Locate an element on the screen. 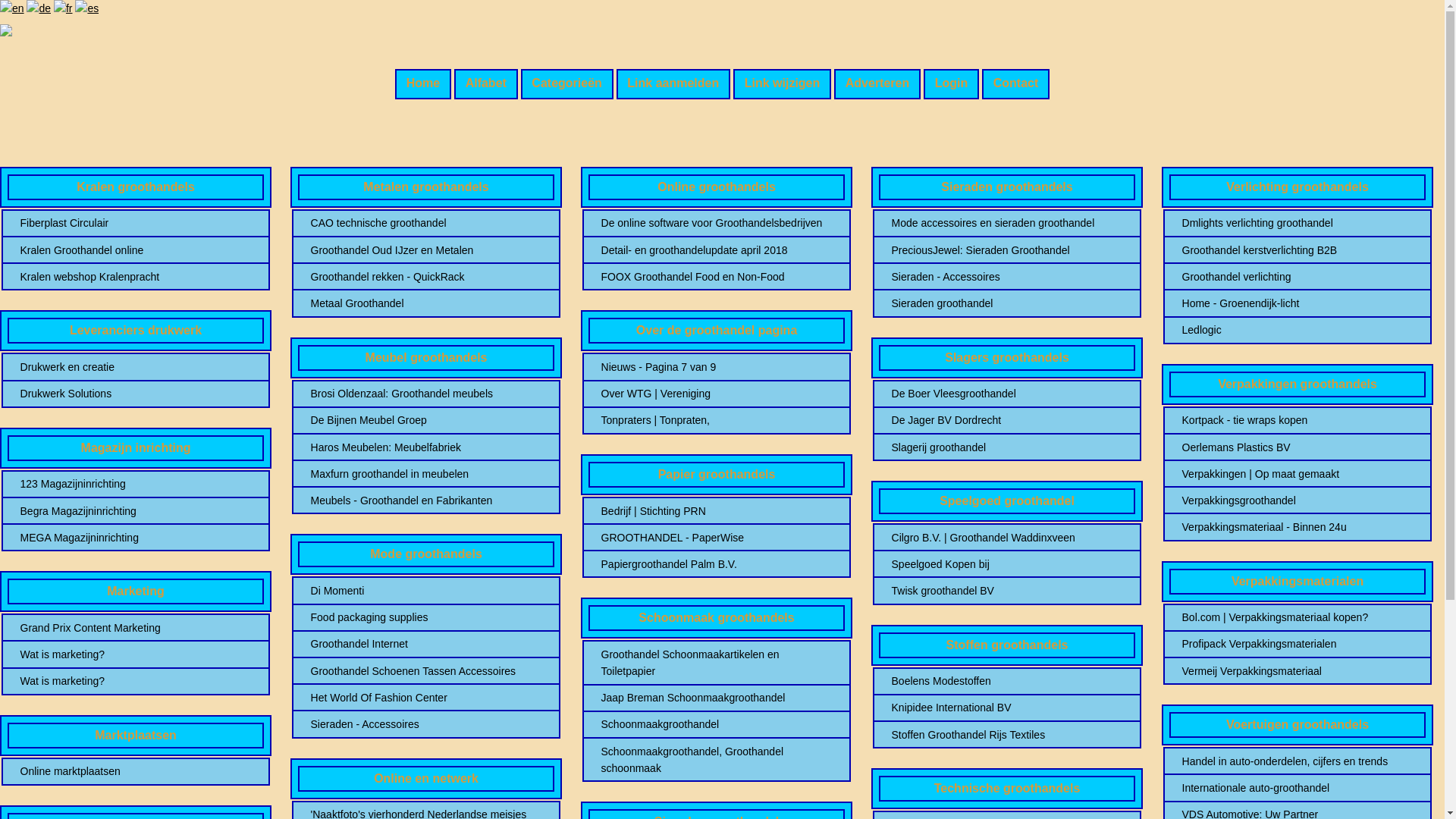 The width and height of the screenshot is (1456, 819). 'Tonpraters | Tonpraten,' is located at coordinates (716, 420).